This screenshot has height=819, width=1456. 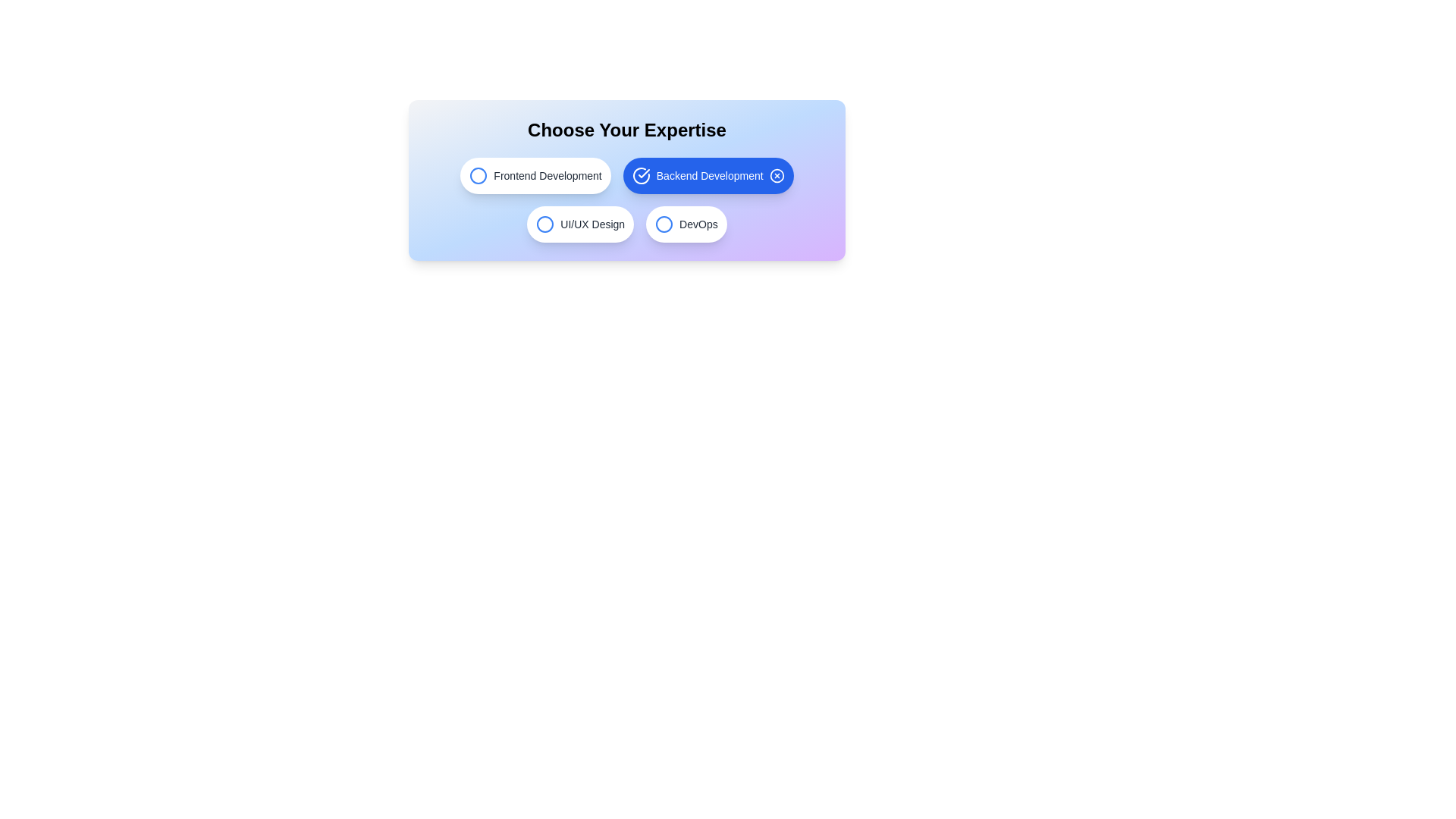 I want to click on the category chip labeled Backend Development to observe its hover effect, so click(x=708, y=174).